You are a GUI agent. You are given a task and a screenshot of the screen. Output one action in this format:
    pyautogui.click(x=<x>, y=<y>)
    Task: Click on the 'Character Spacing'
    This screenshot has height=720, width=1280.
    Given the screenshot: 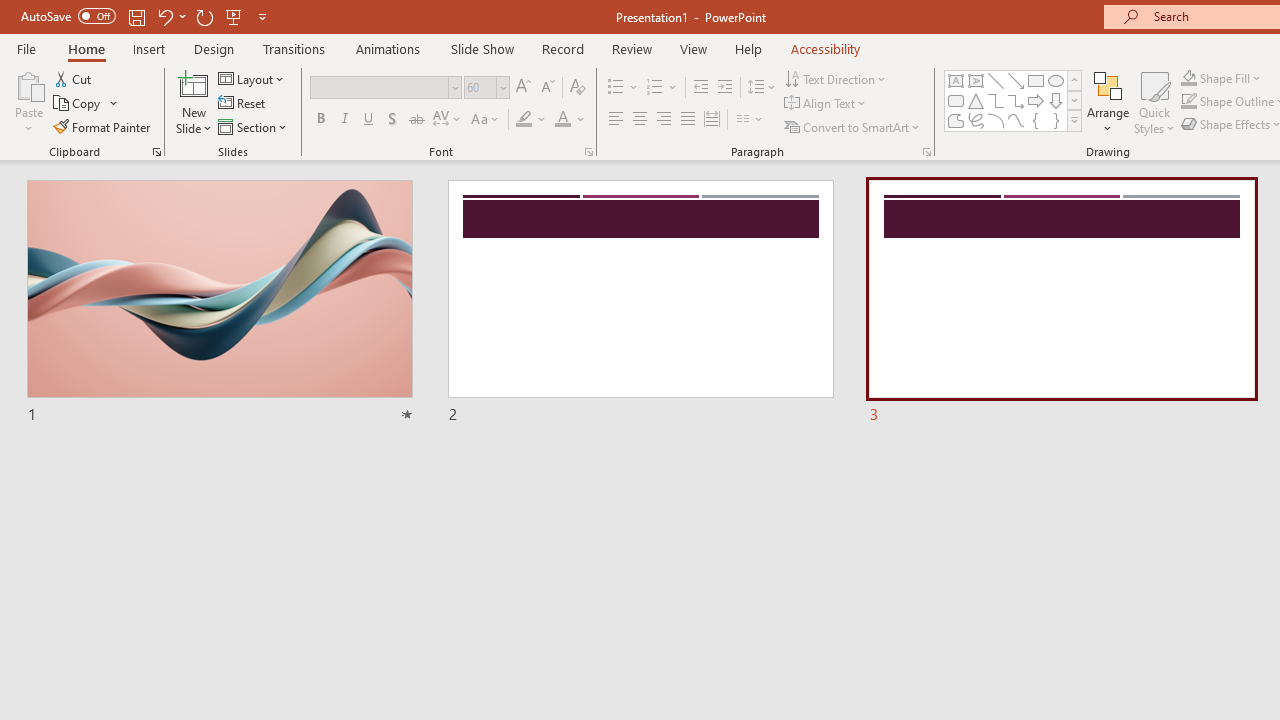 What is the action you would take?
    pyautogui.click(x=447, y=119)
    